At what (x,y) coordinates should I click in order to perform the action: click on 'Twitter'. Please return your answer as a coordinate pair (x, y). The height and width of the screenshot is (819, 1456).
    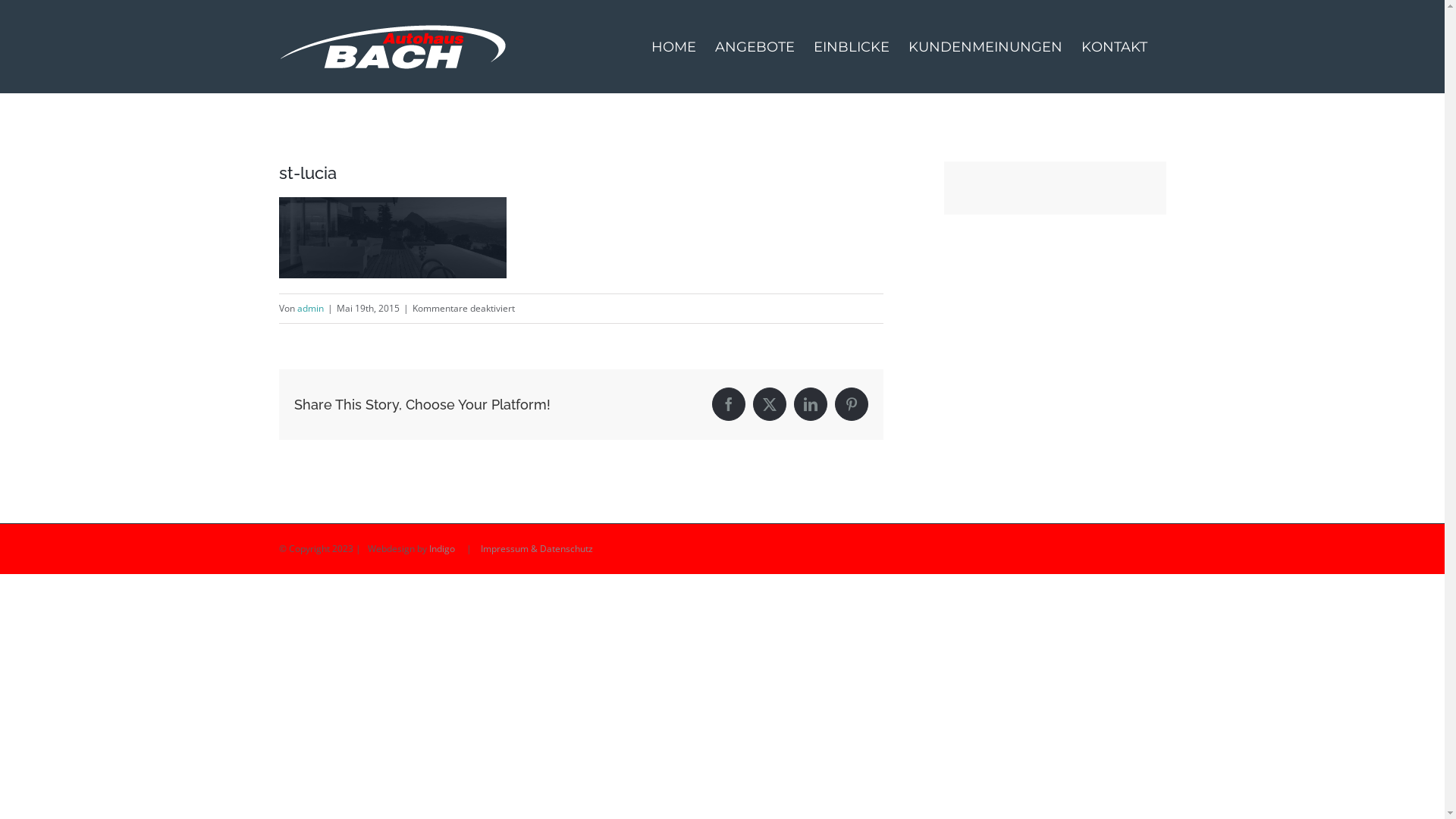
    Looking at the image, I should click on (769, 403).